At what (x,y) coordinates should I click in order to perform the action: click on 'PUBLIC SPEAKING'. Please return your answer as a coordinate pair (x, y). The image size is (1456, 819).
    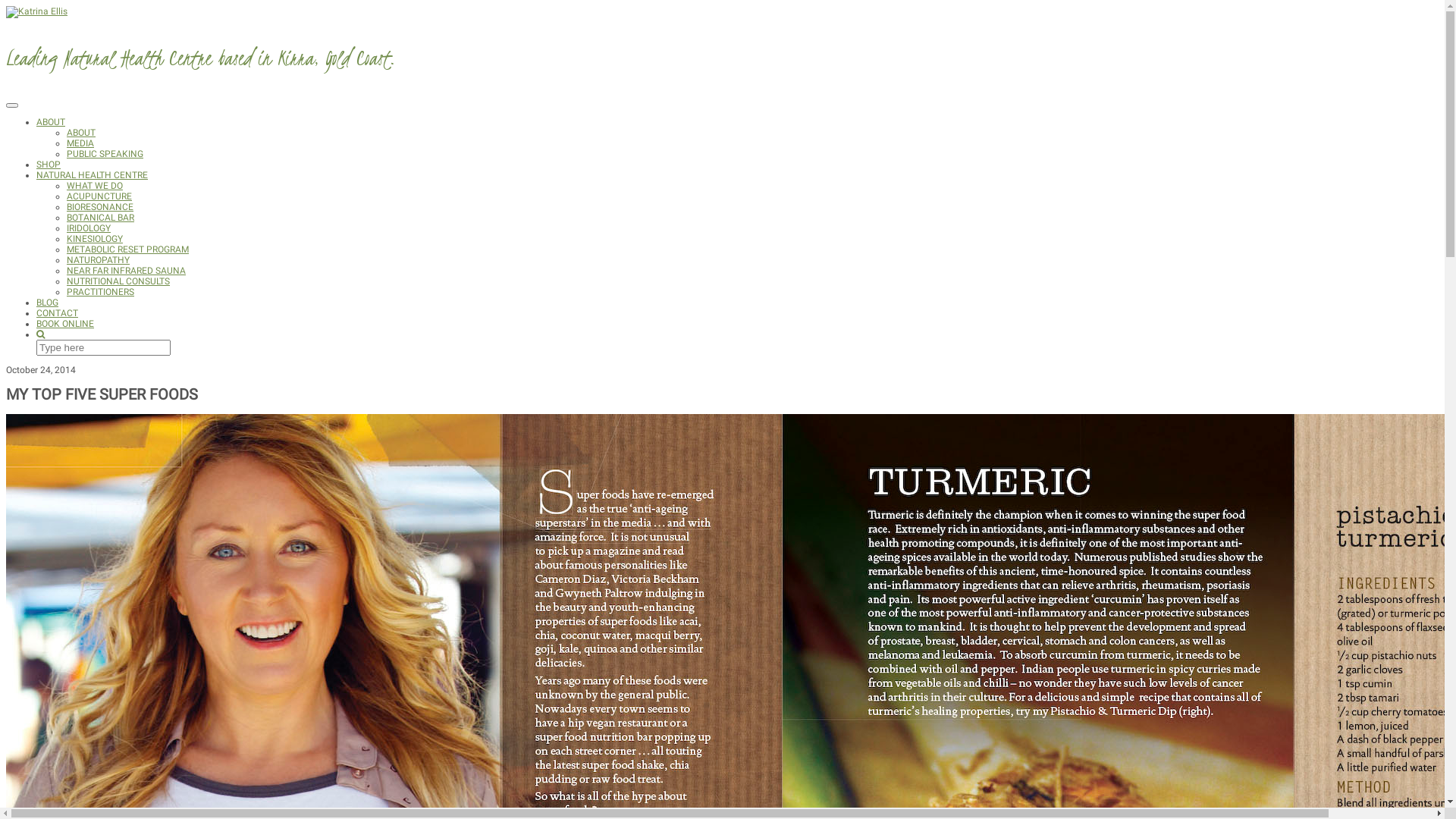
    Looking at the image, I should click on (104, 154).